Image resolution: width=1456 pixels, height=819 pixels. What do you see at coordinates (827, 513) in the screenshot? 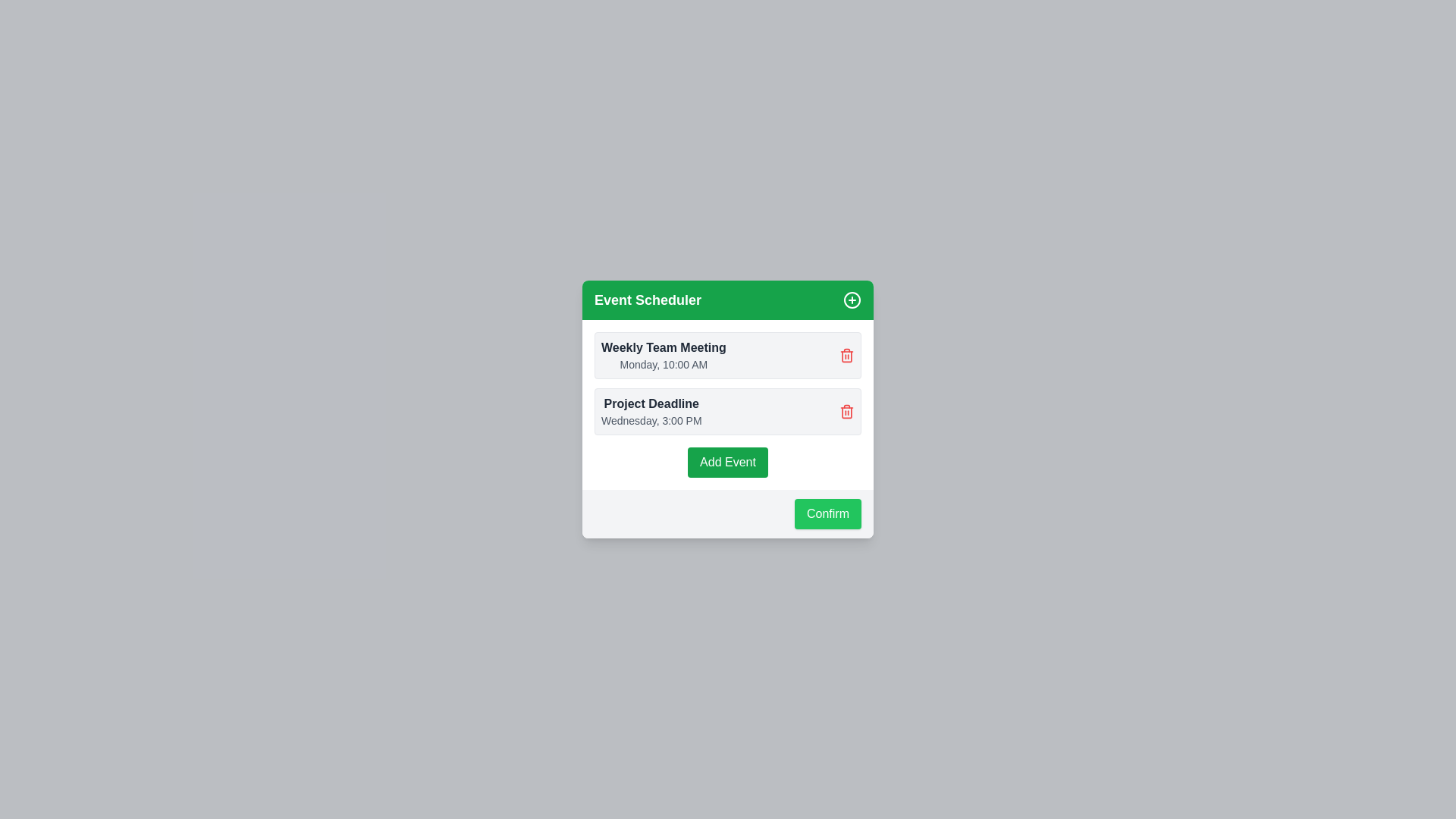
I see `the Confirm button to confirm the current list of events` at bounding box center [827, 513].